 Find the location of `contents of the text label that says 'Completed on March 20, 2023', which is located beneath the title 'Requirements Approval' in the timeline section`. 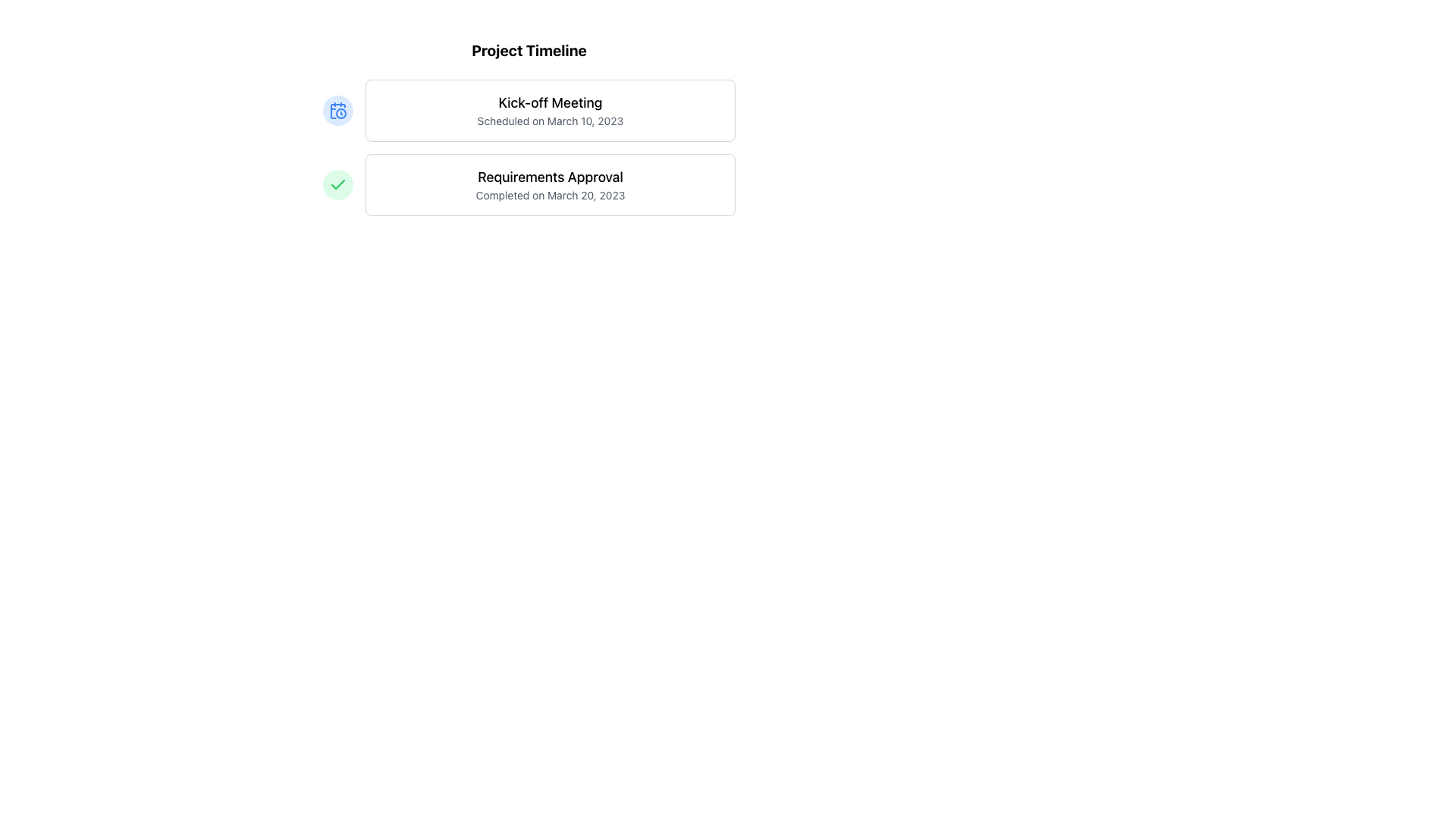

contents of the text label that says 'Completed on March 20, 2023', which is located beneath the title 'Requirements Approval' in the timeline section is located at coordinates (549, 195).